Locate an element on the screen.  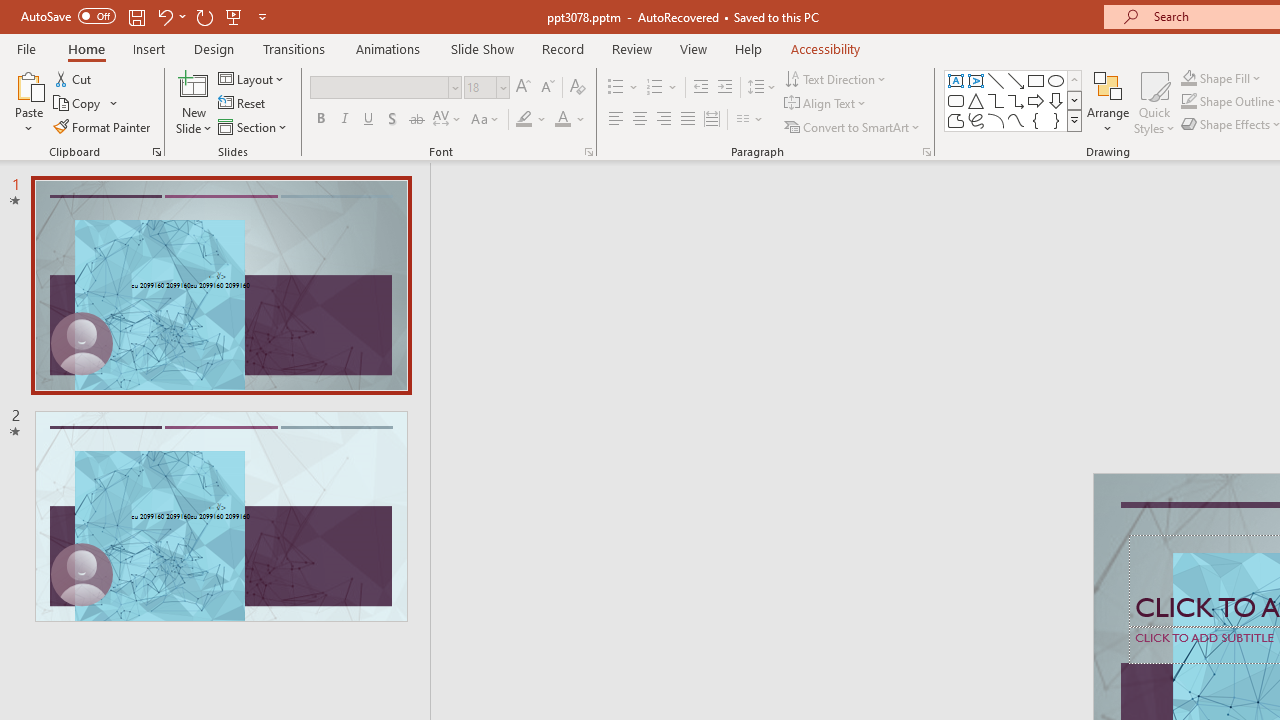
'Convert to SmartArt' is located at coordinates (853, 127).